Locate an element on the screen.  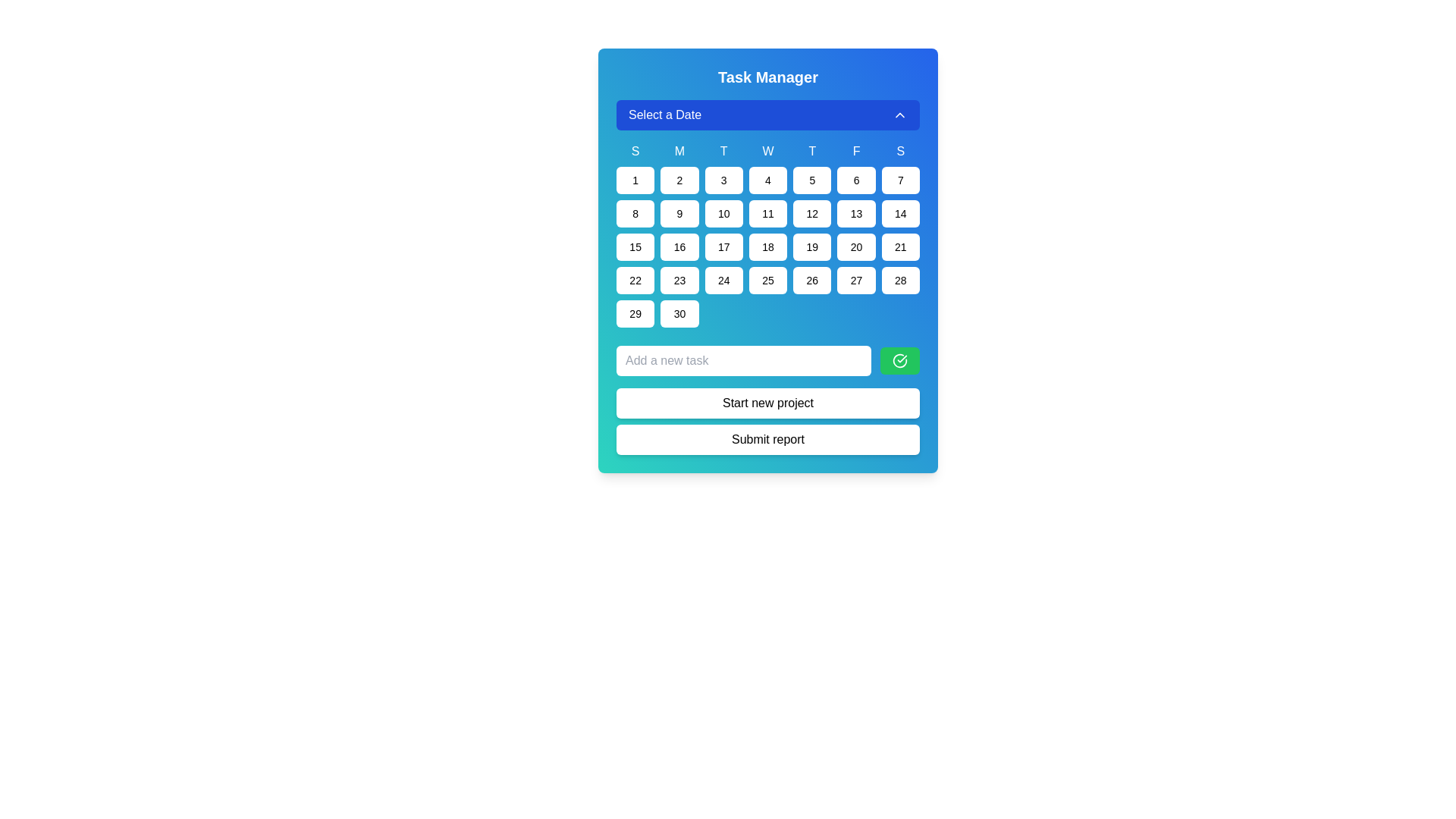
the calendar date button displaying '24', which is located in the fourth row and fourth column of the grid is located at coordinates (723, 281).